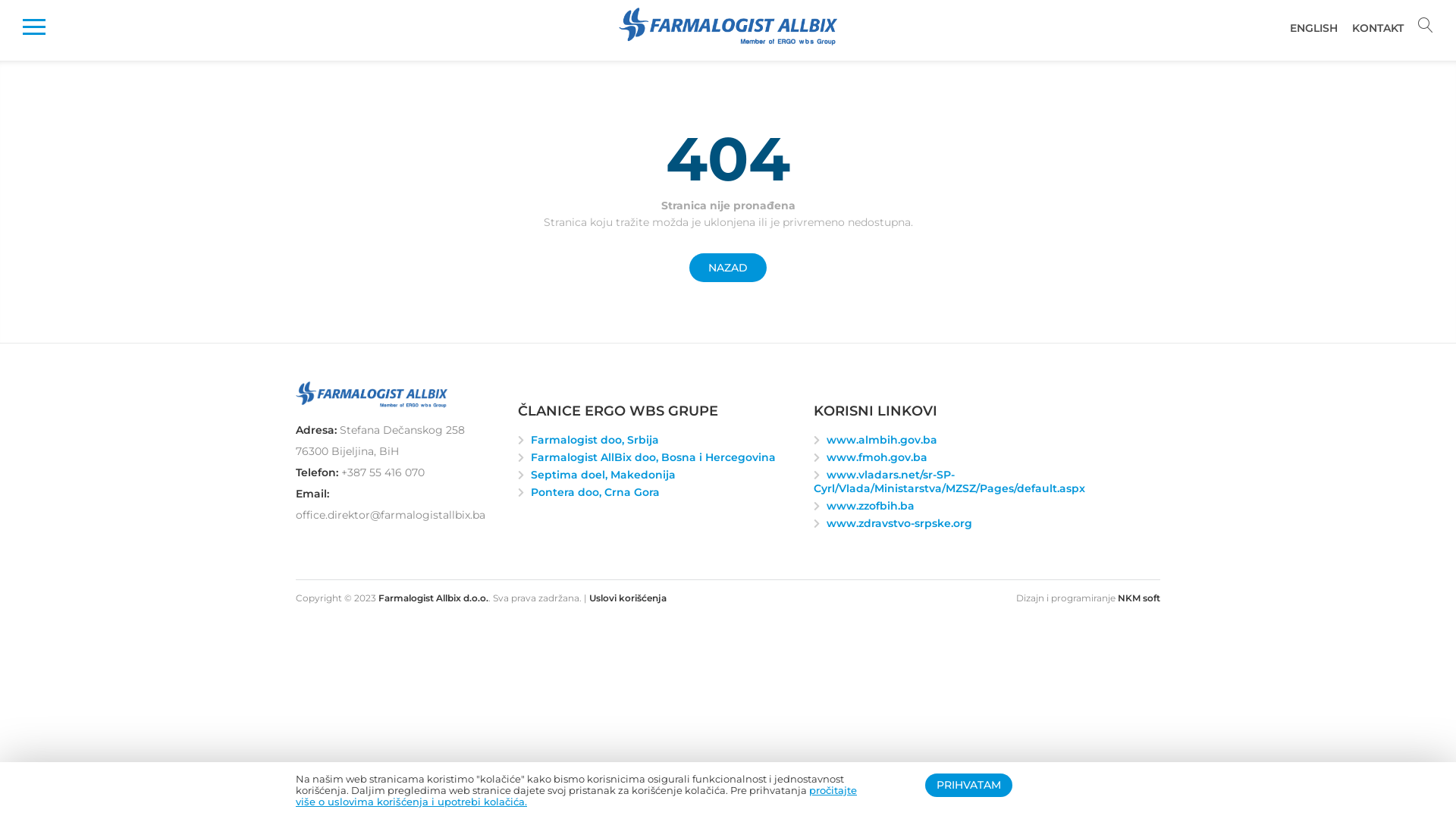 The width and height of the screenshot is (1456, 819). Describe the element at coordinates (602, 473) in the screenshot. I see `'Septima doel, Makedonija'` at that location.